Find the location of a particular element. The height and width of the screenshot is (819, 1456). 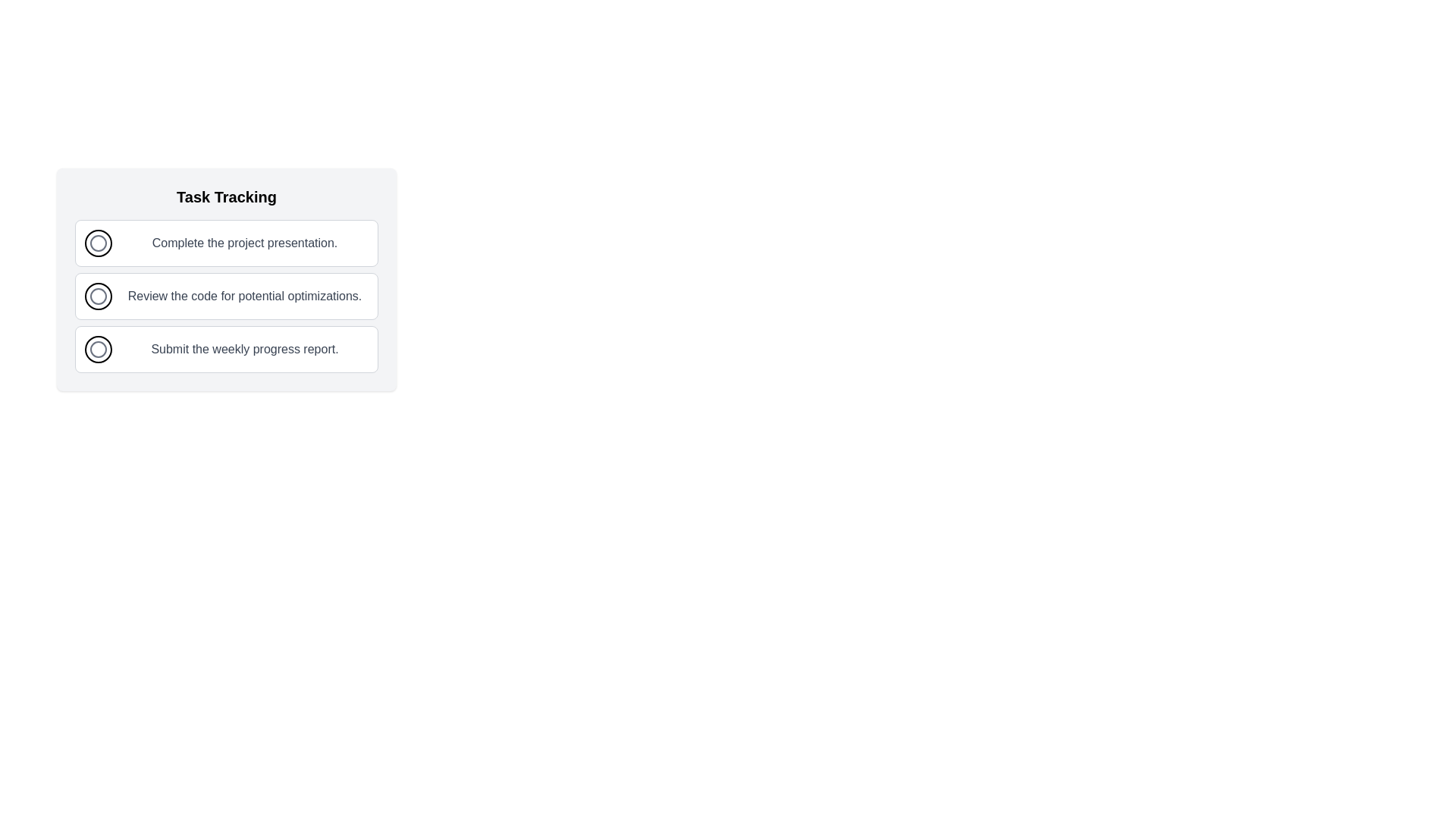

the first toggle button in the vertical list is located at coordinates (97, 242).